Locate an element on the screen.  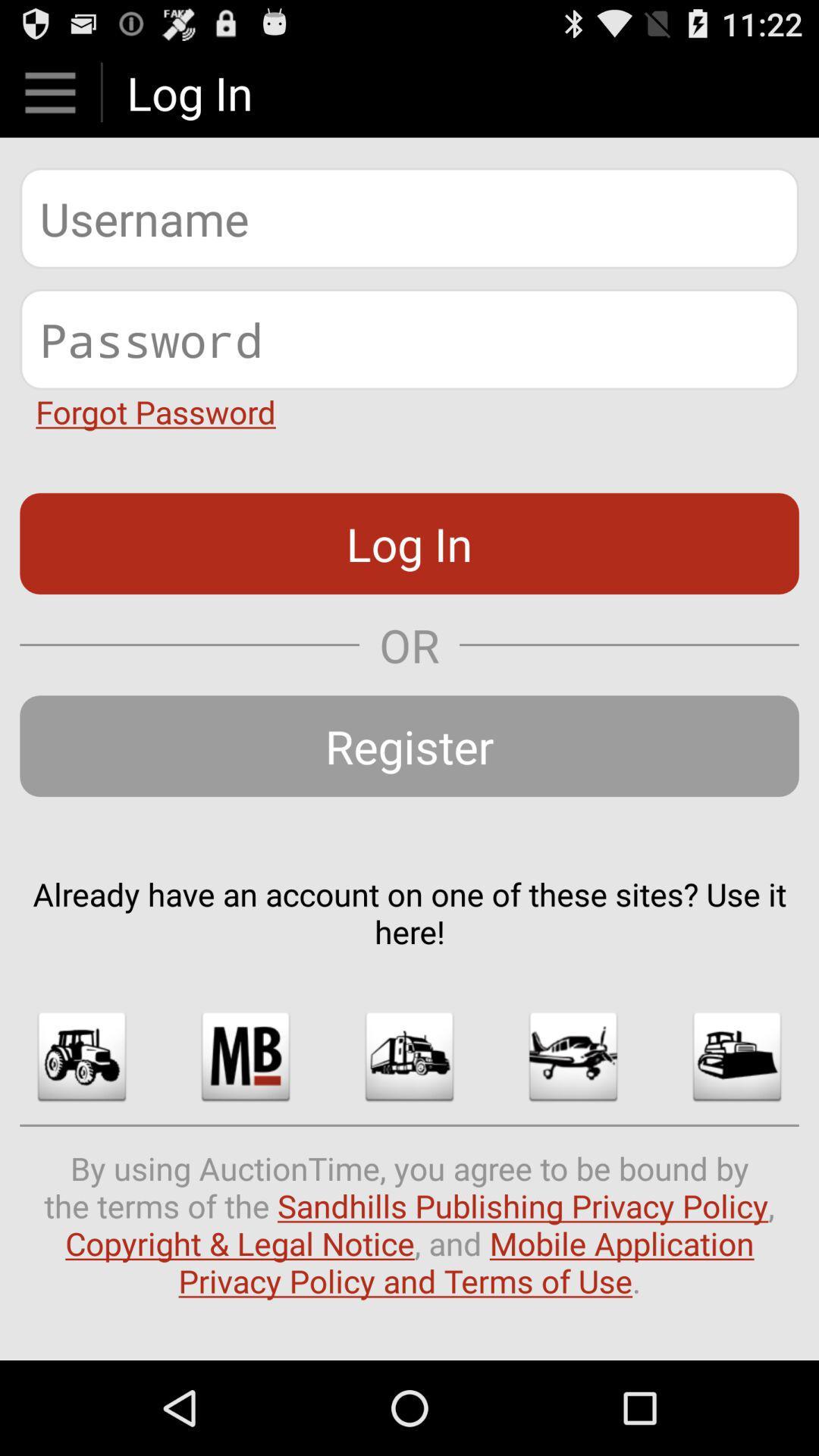
the menu icon is located at coordinates (49, 98).